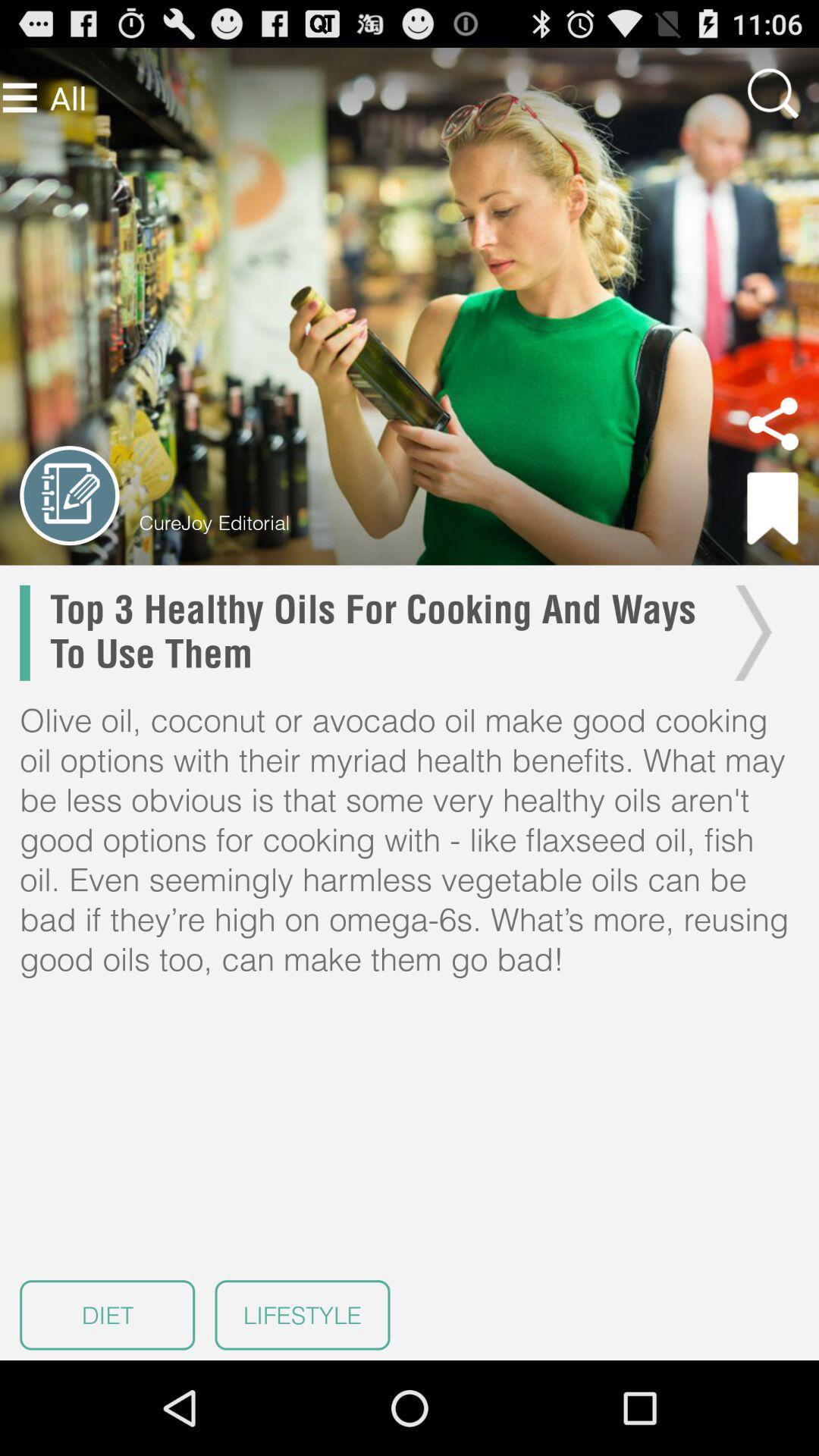  Describe the element at coordinates (302, 1314) in the screenshot. I see `the lifestyle at the bottom` at that location.